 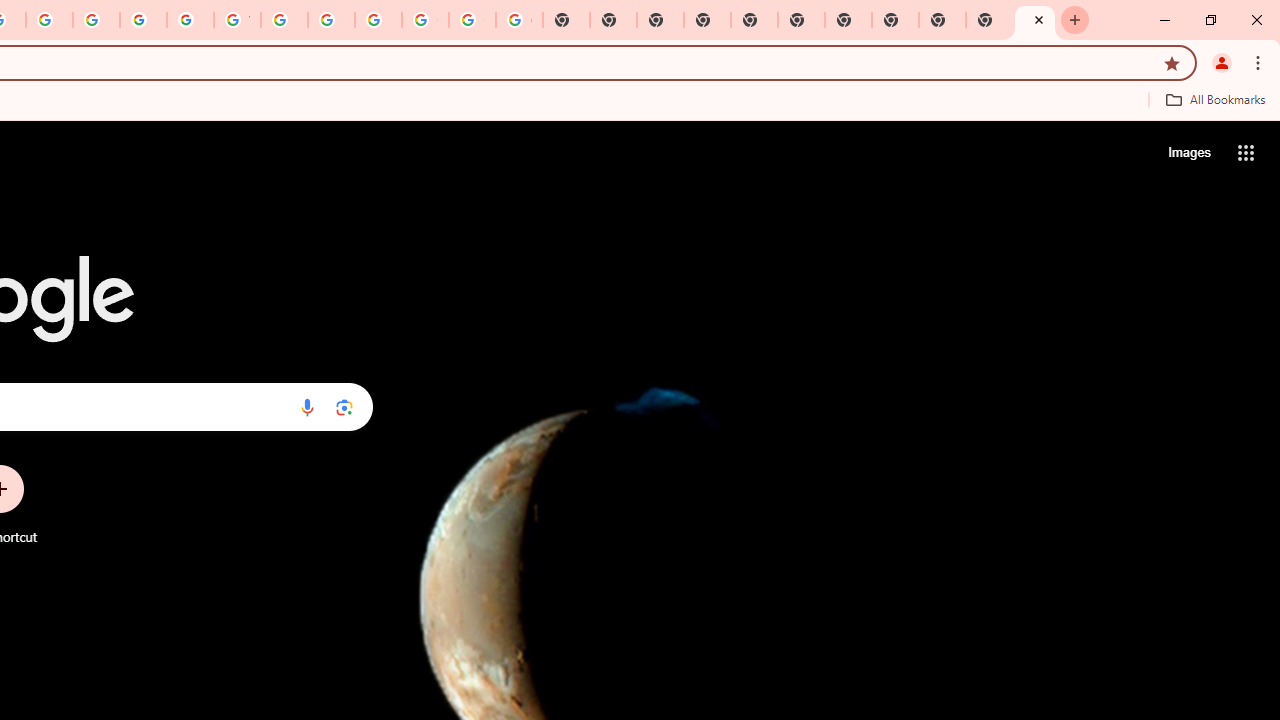 I want to click on 'Search by voice', so click(x=306, y=406).